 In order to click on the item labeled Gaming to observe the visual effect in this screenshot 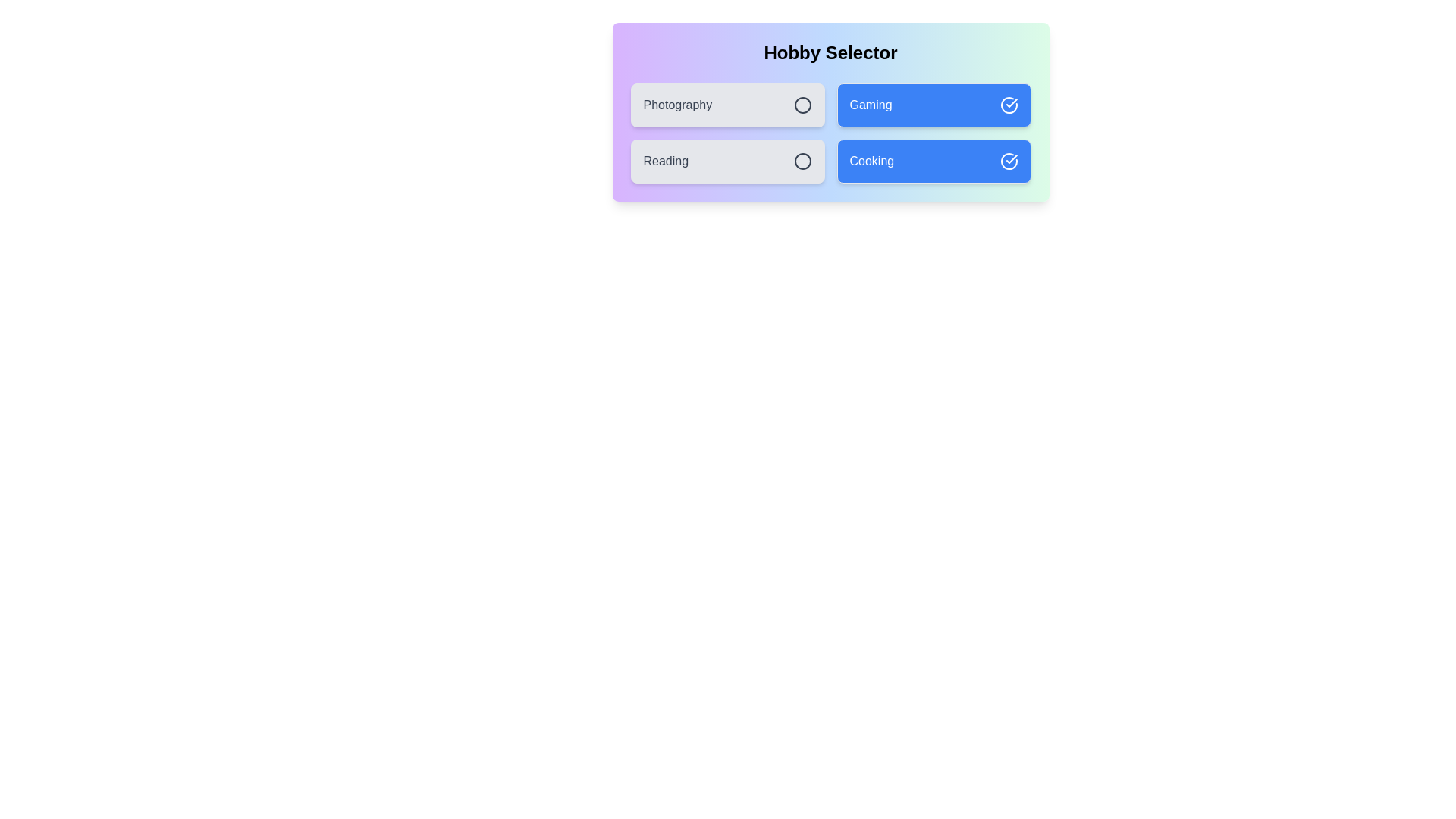, I will do `click(933, 104)`.